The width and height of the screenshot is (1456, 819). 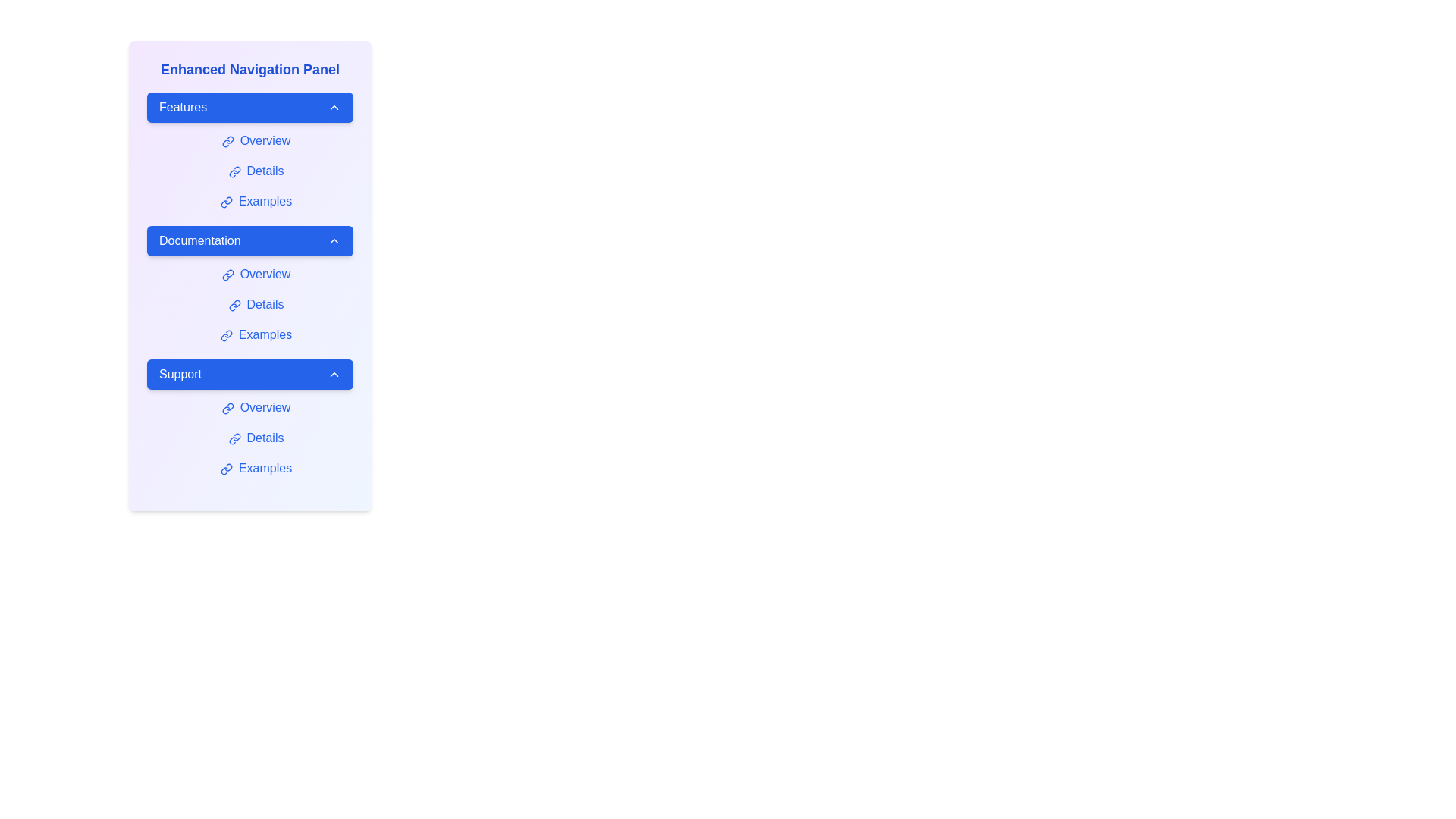 What do you see at coordinates (256, 467) in the screenshot?
I see `the hyperlink in the 'Support' section of the navigation panel` at bounding box center [256, 467].